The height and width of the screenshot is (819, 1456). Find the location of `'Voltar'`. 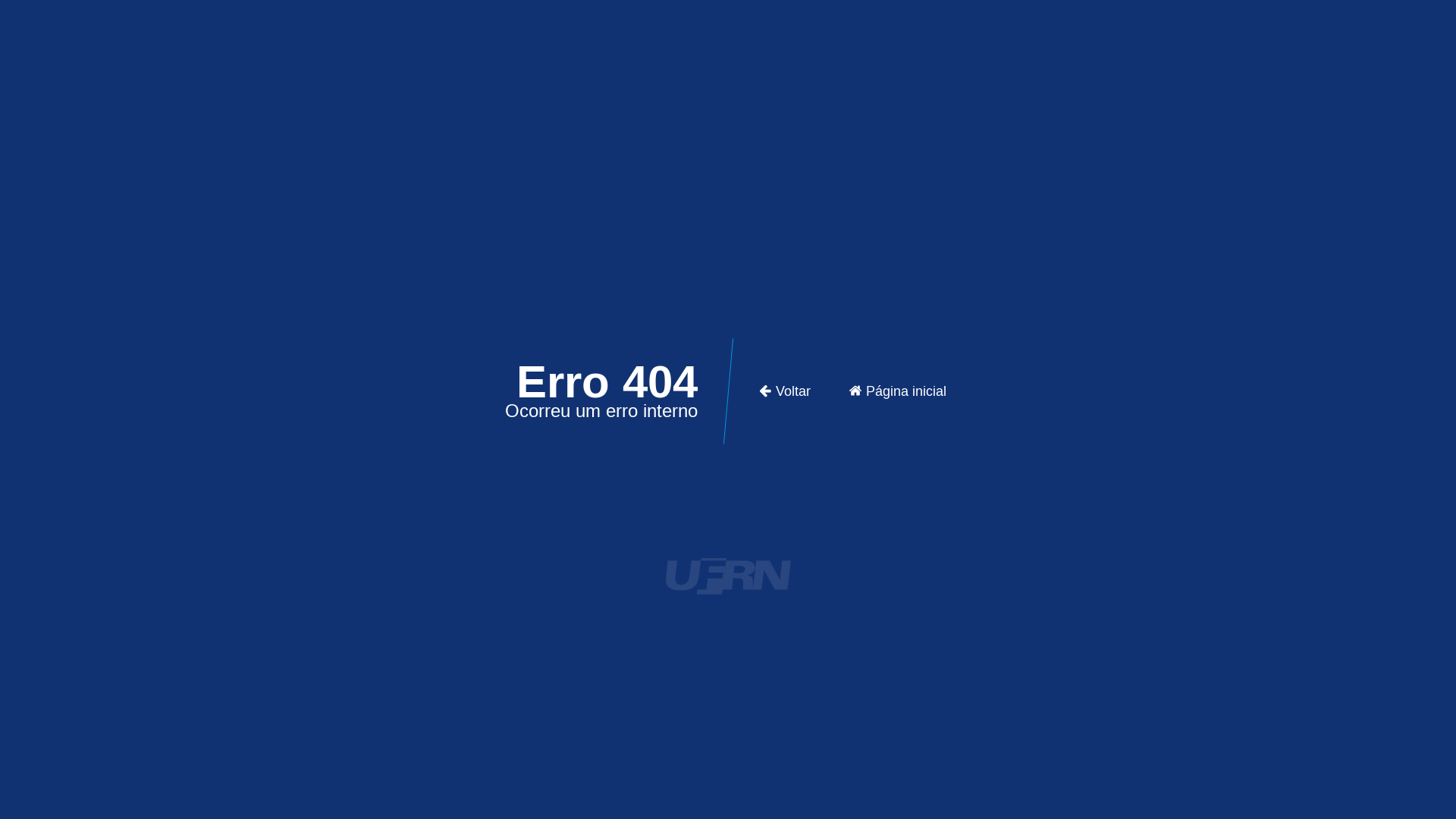

'Voltar' is located at coordinates (784, 391).